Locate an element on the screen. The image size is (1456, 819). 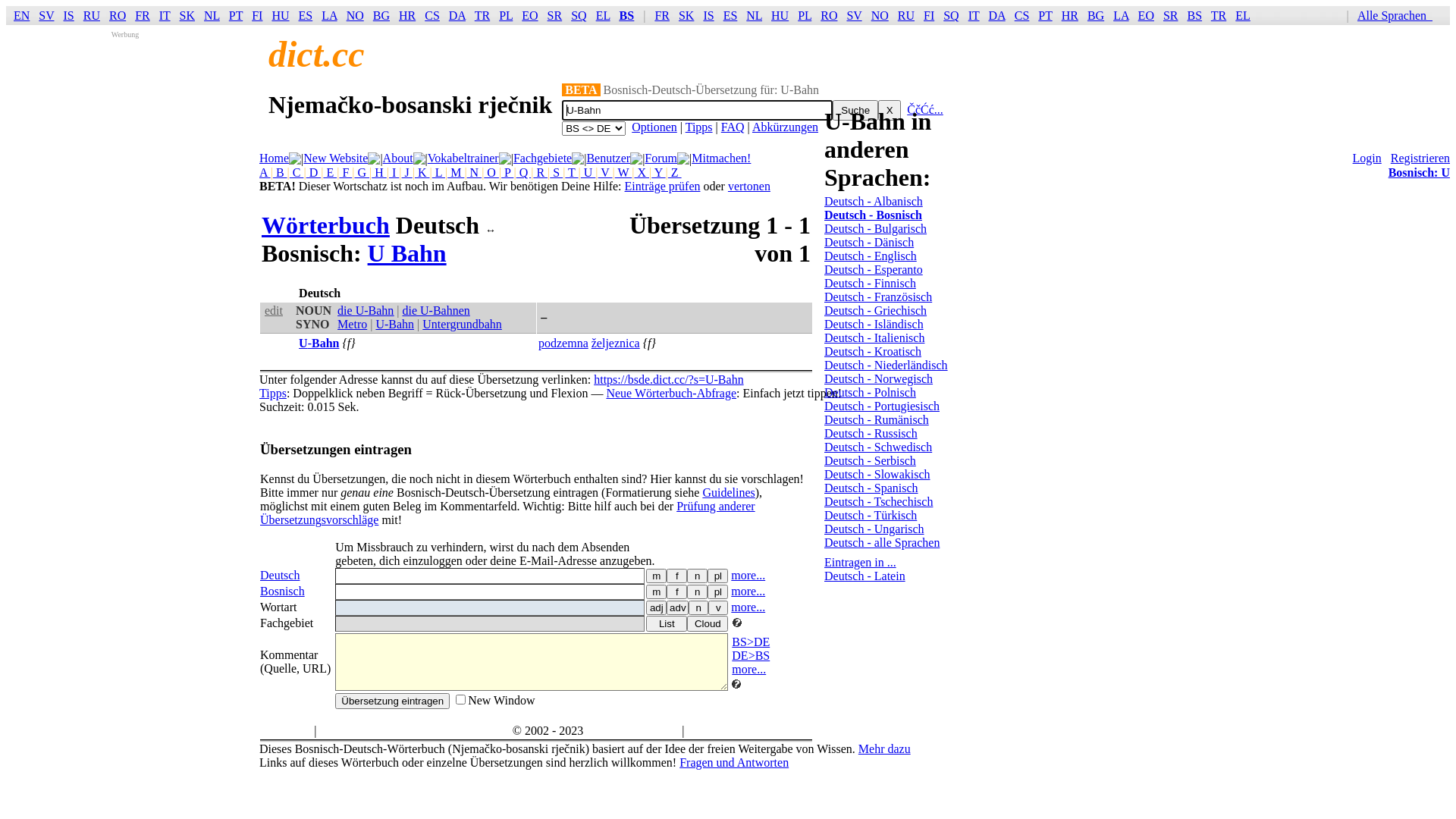
'B' is located at coordinates (280, 171).